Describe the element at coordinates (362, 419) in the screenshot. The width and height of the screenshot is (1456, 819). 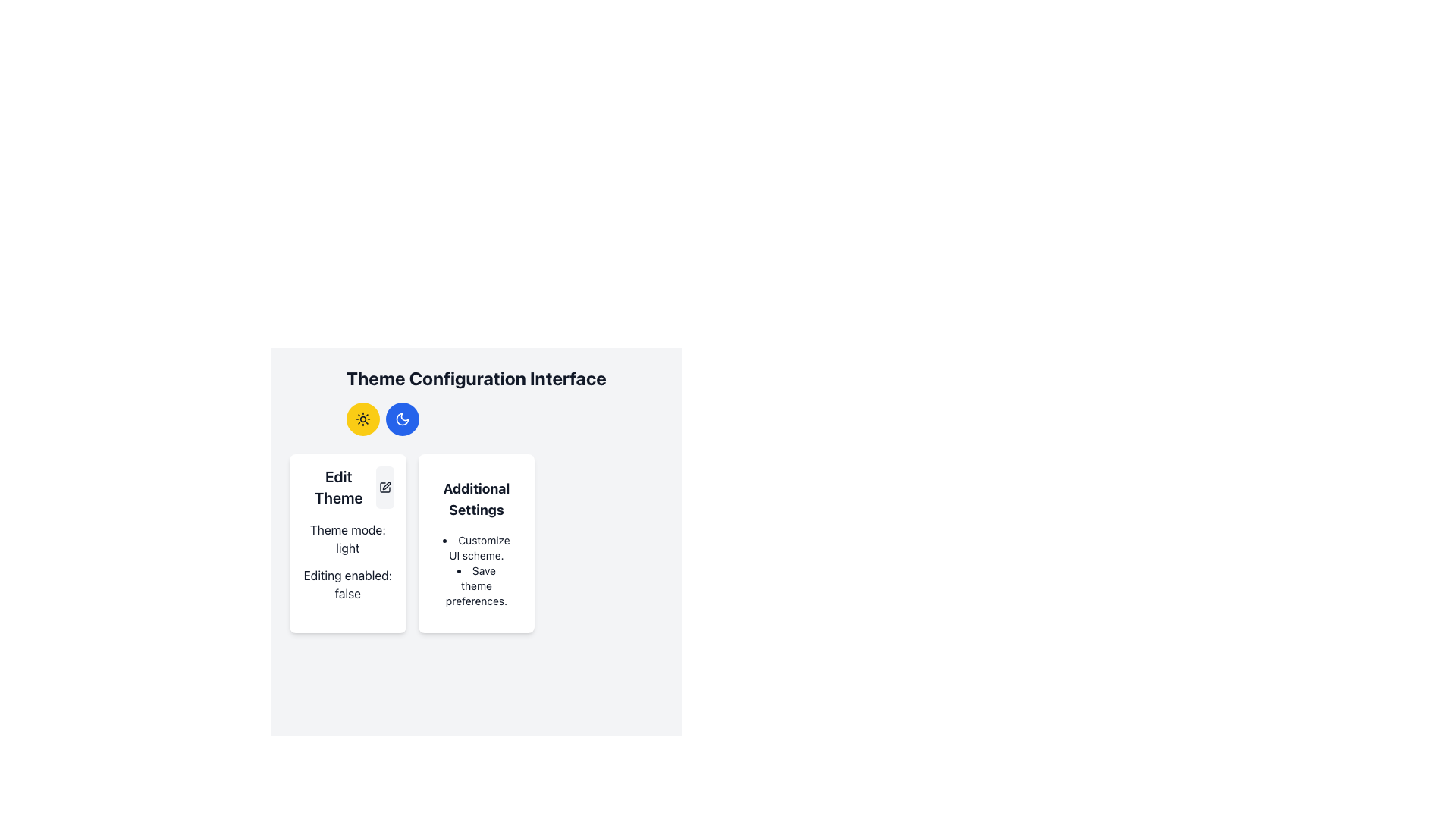
I see `the light mode button located under the 'Theme Configuration Interface' header for keyboard interaction` at that location.